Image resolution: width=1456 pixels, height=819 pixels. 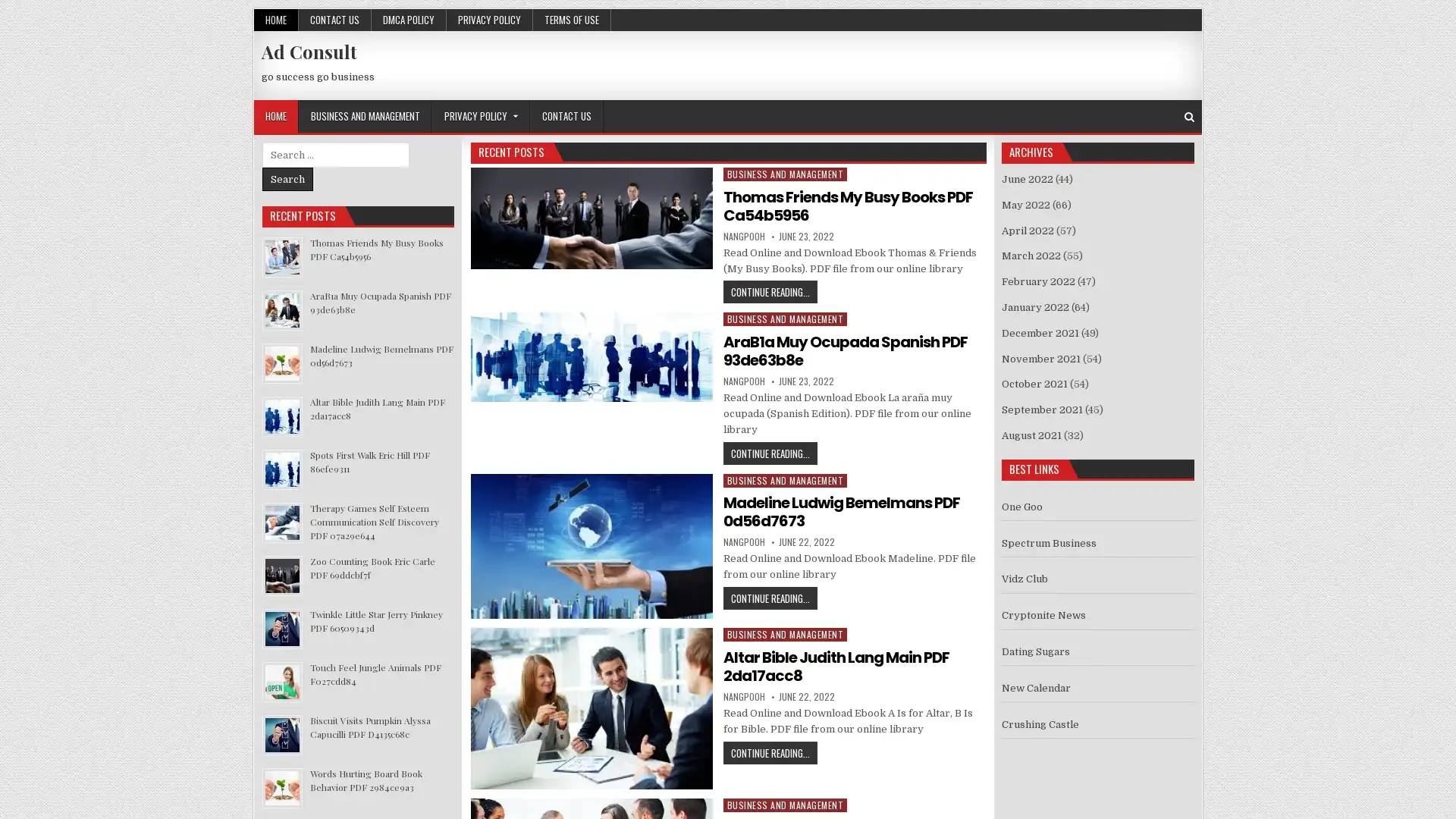 I want to click on Search, so click(x=287, y=178).